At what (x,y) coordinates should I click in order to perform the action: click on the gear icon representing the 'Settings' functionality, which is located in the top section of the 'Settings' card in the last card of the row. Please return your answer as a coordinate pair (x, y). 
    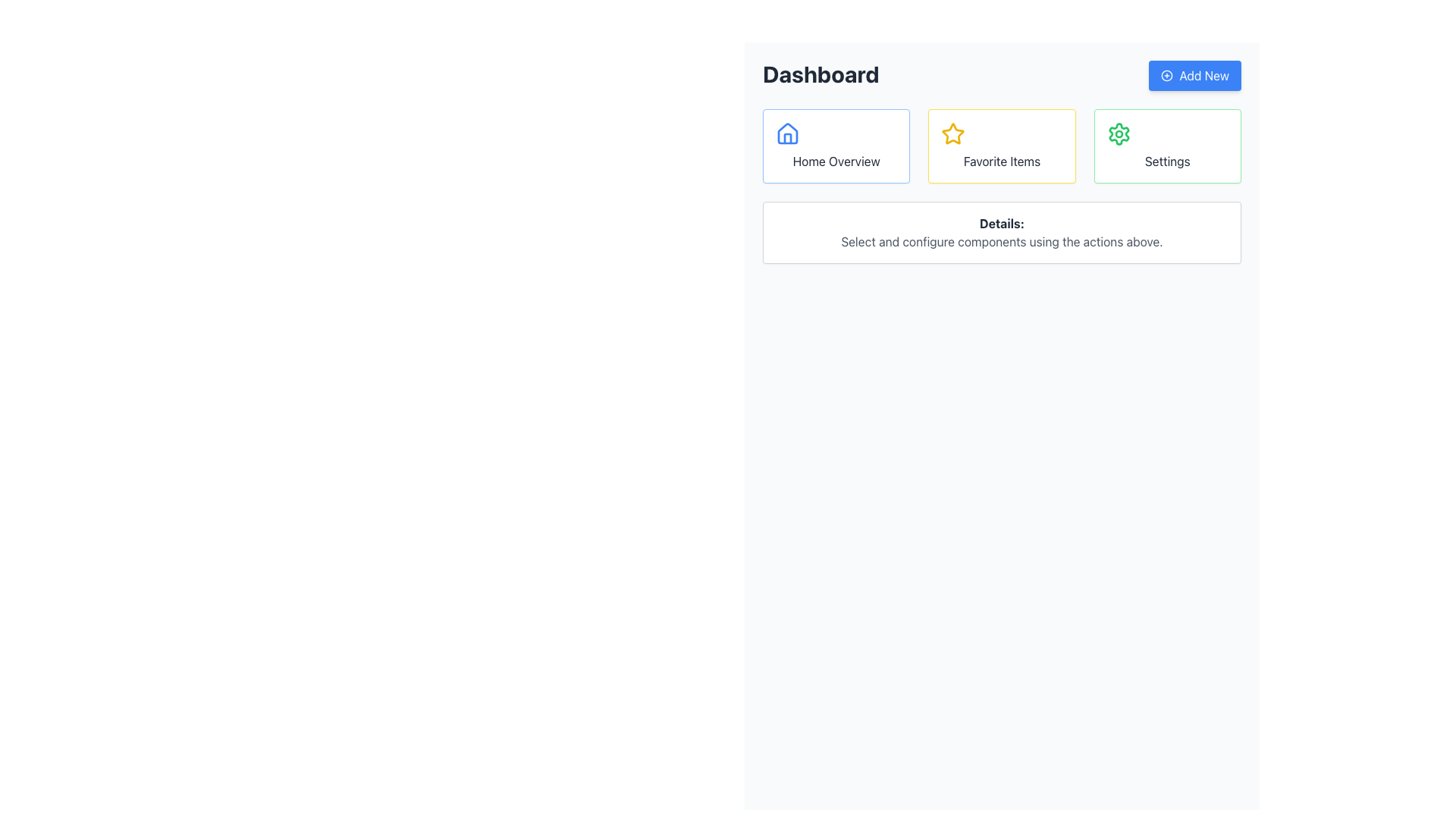
    Looking at the image, I should click on (1119, 133).